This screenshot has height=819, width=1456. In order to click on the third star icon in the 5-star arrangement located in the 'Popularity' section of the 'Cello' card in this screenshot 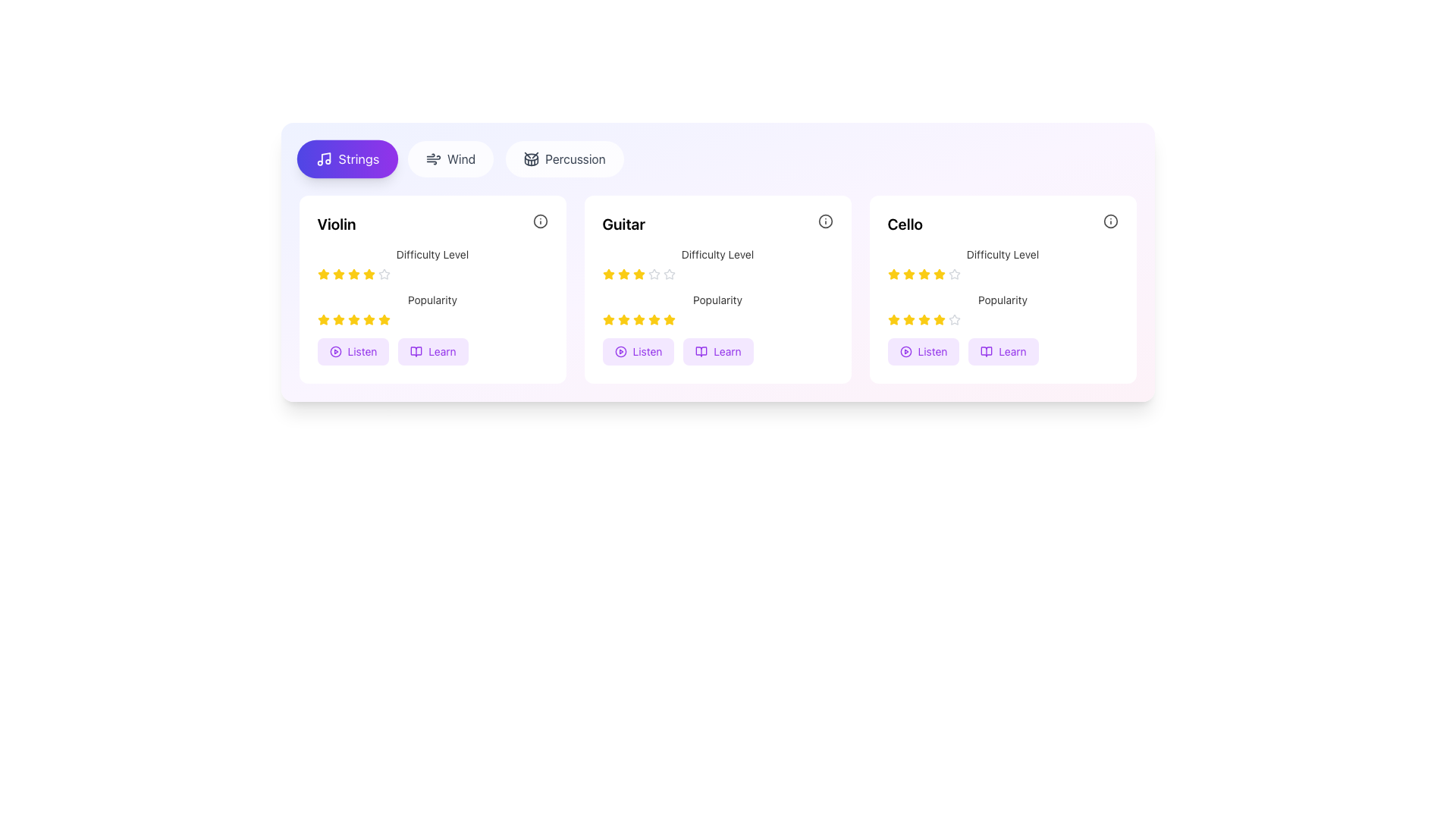, I will do `click(908, 318)`.